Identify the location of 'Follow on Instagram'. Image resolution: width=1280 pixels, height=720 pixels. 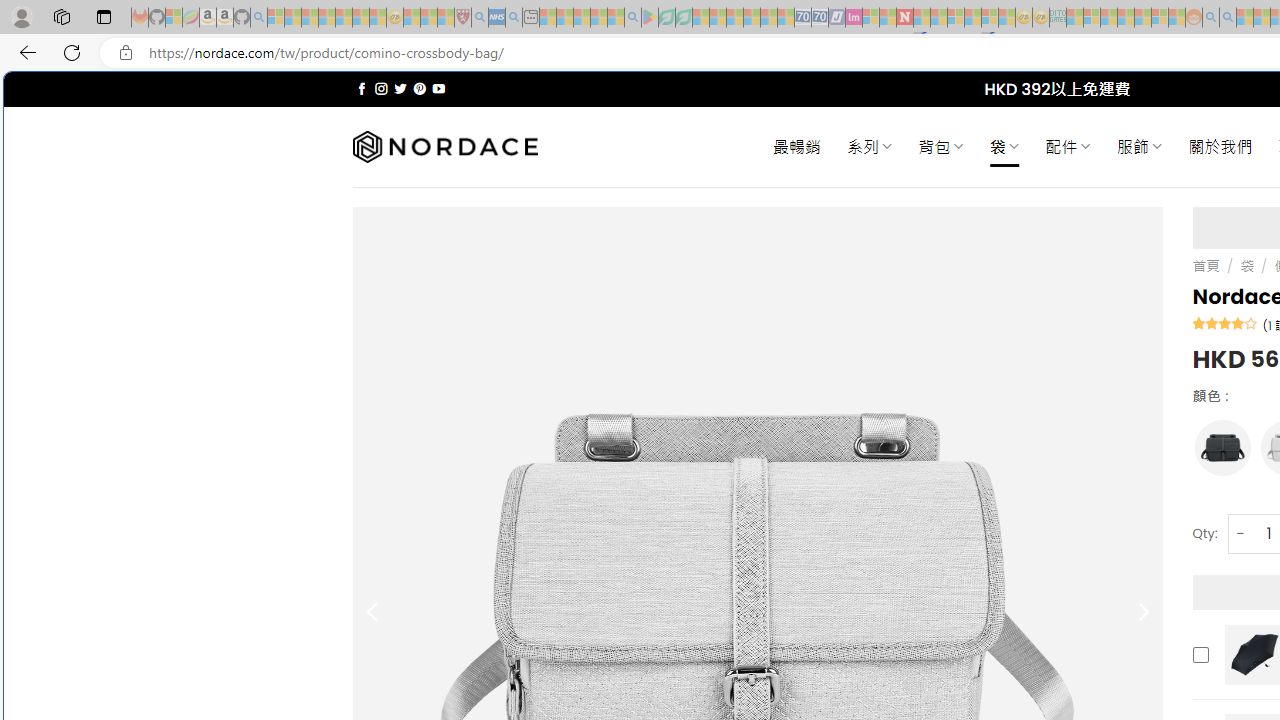
(381, 88).